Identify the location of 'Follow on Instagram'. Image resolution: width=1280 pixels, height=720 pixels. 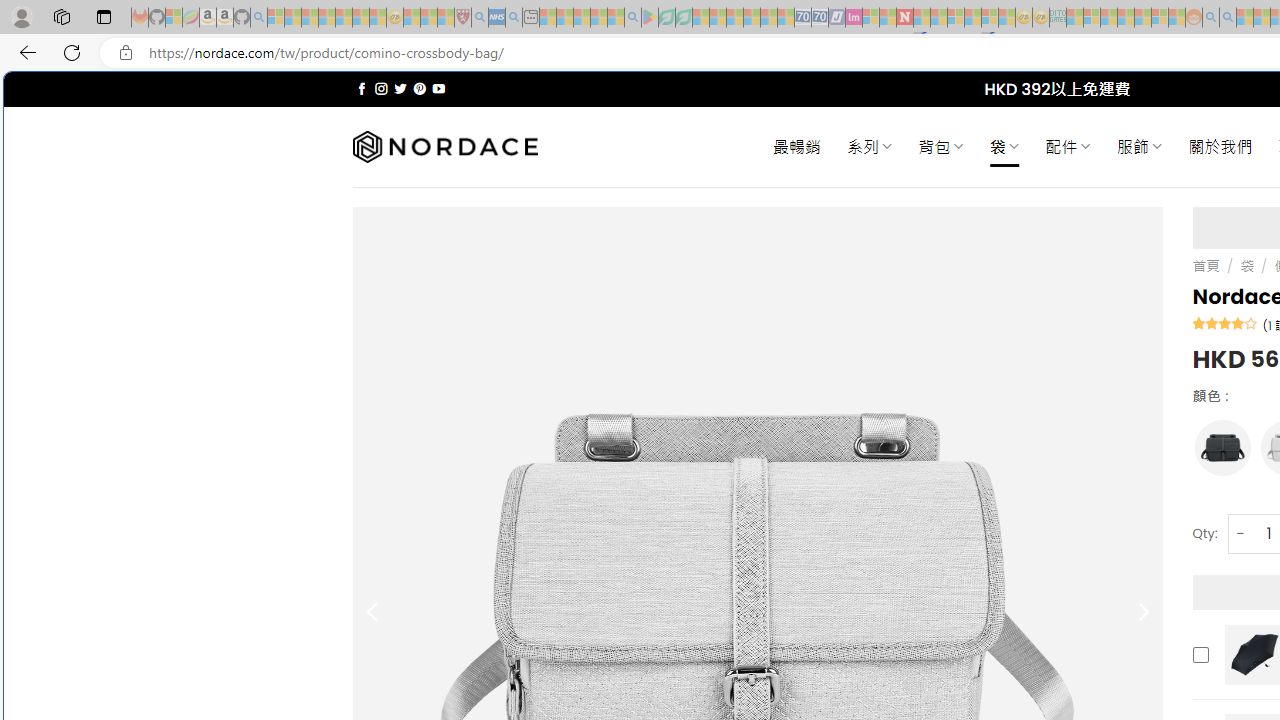
(381, 88).